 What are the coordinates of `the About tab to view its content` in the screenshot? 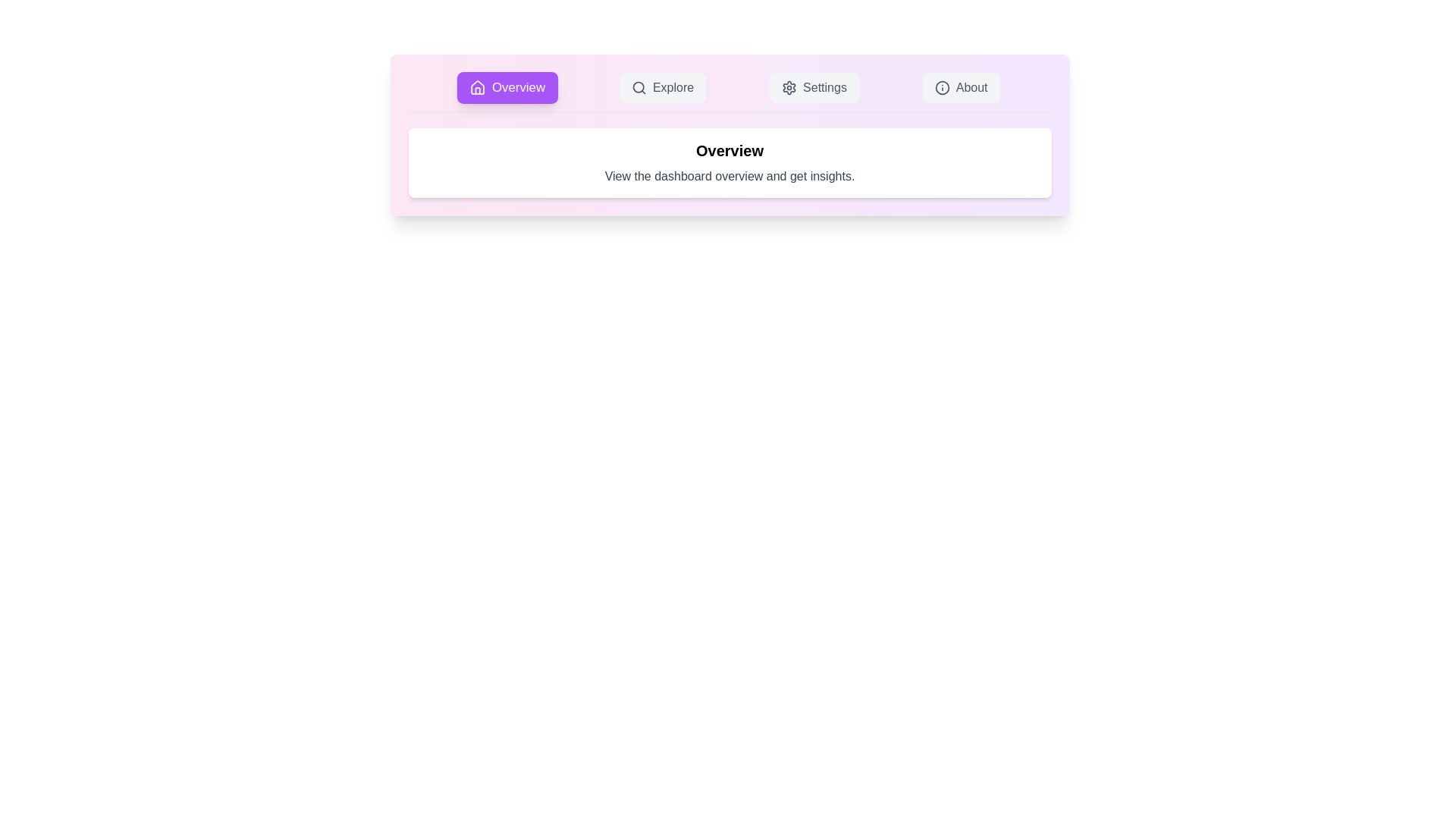 It's located at (960, 87).